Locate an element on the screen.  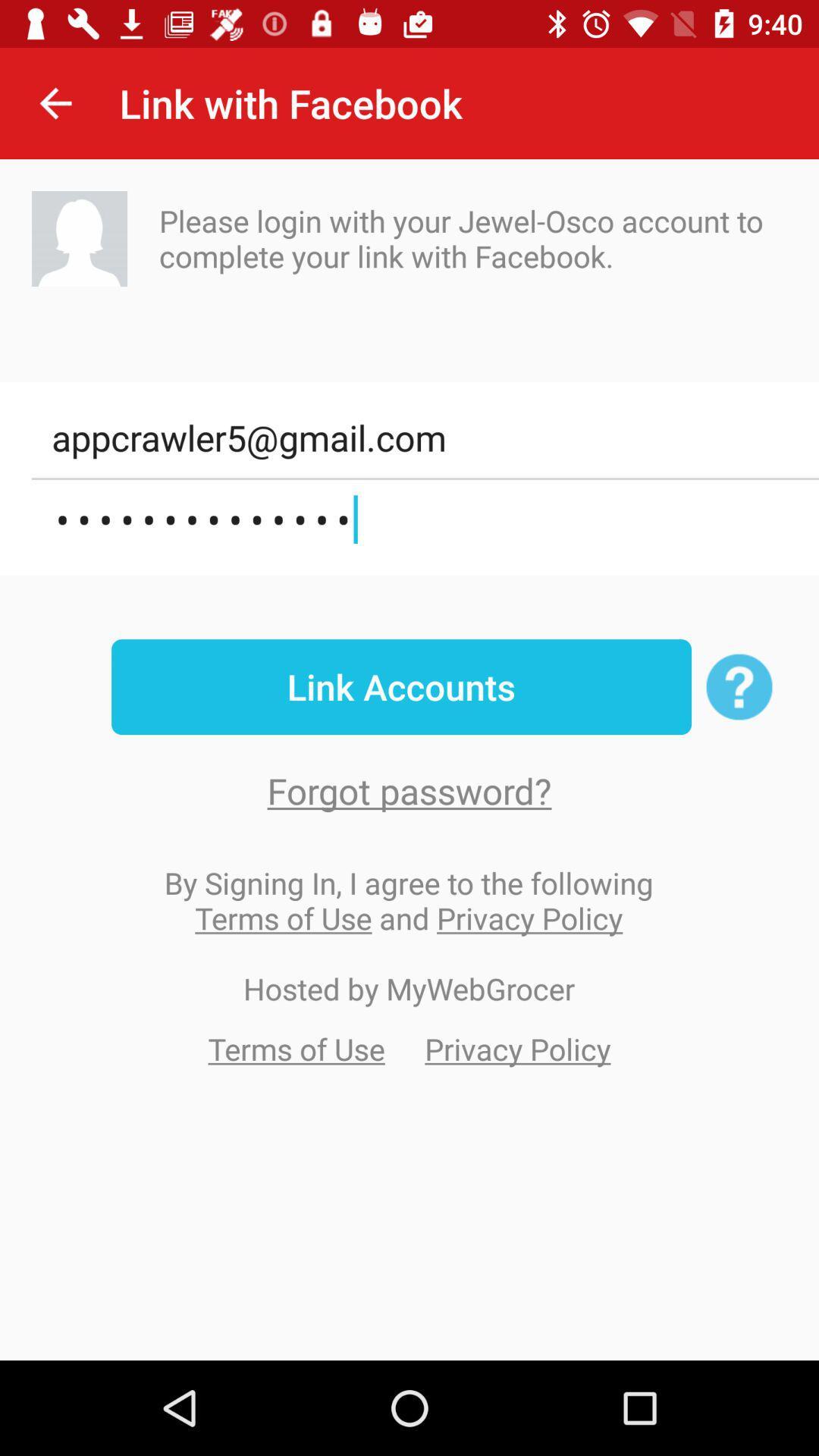
item above by signing in item is located at coordinates (409, 789).